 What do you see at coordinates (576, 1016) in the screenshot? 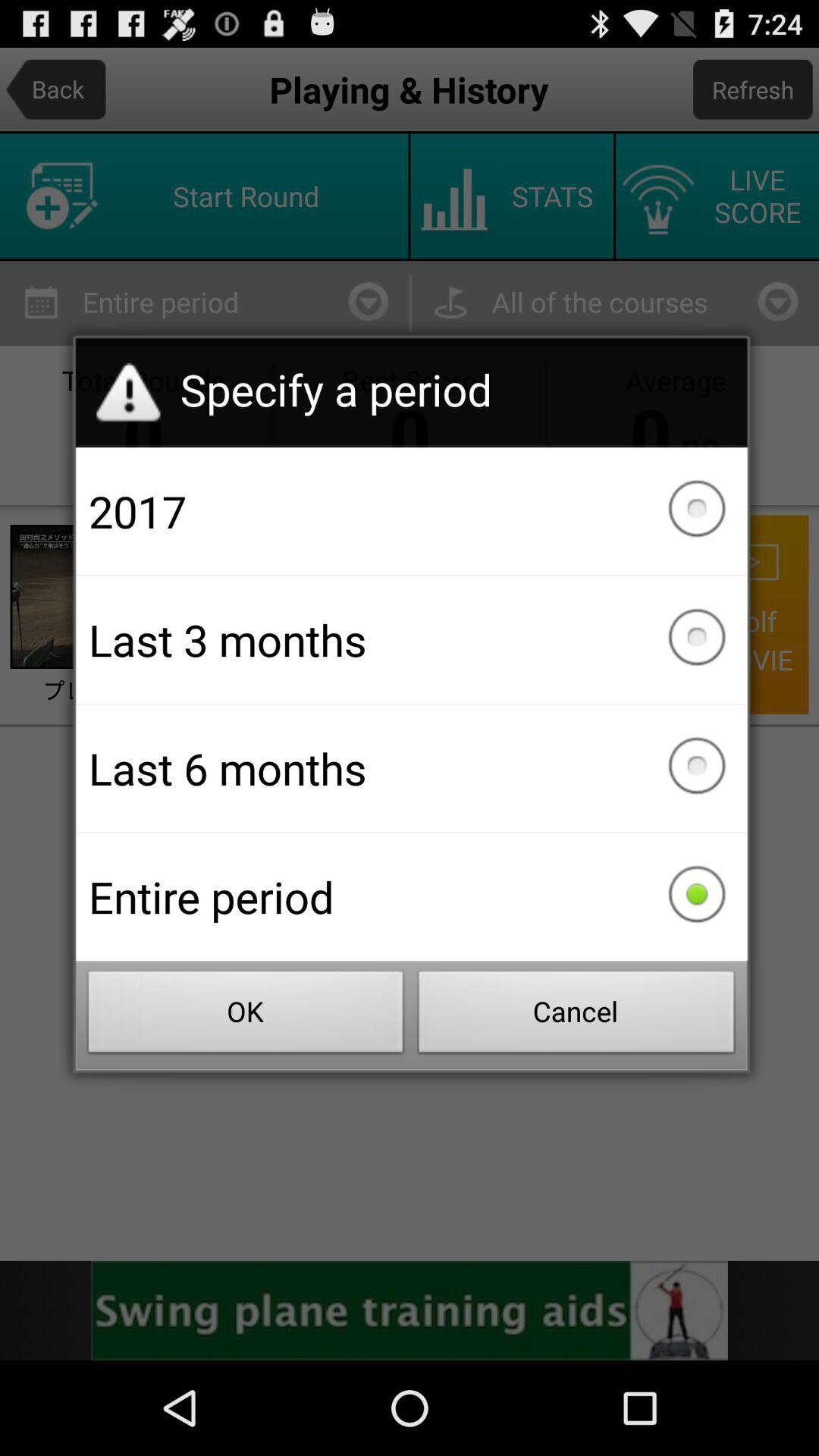
I see `the cancel` at bounding box center [576, 1016].